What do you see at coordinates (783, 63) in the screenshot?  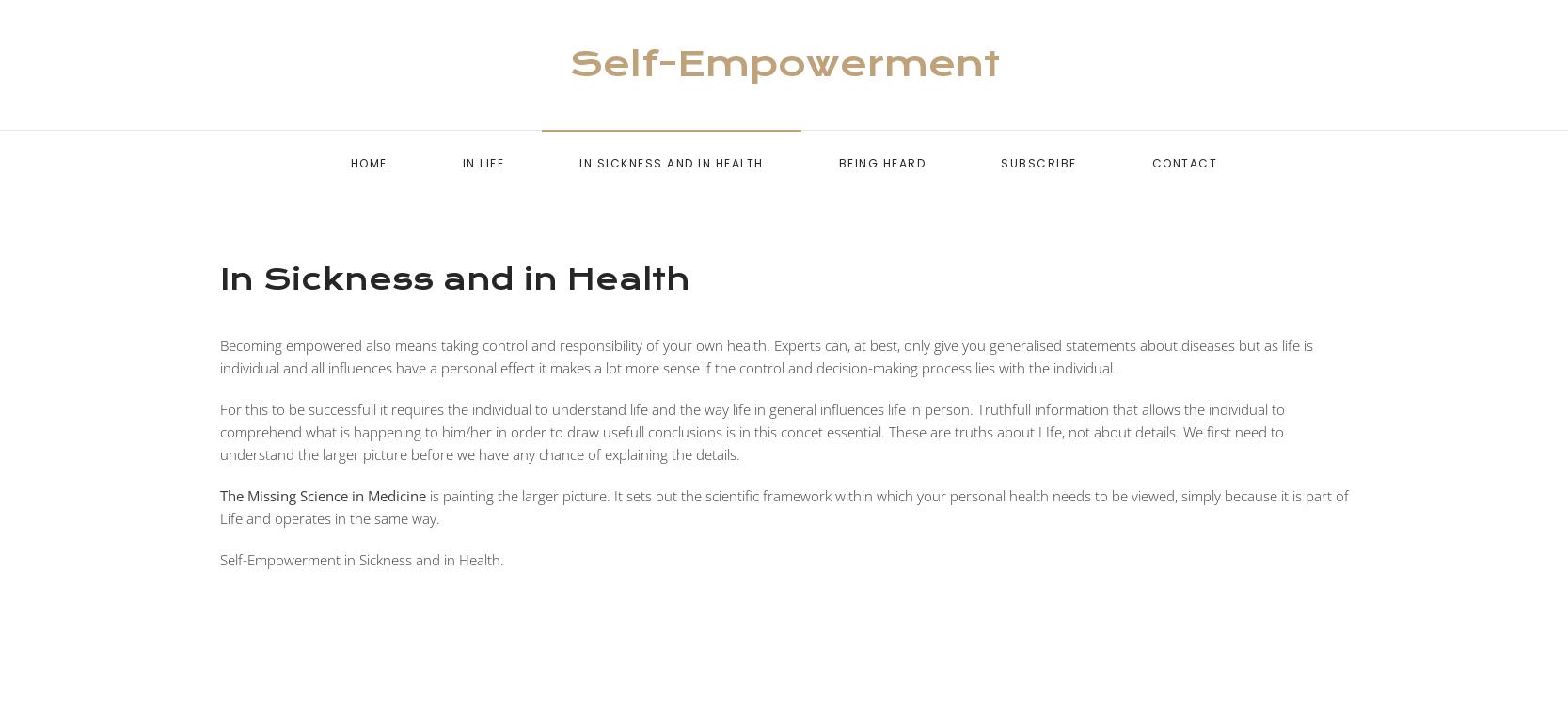 I see `'Self-Empowerment'` at bounding box center [783, 63].